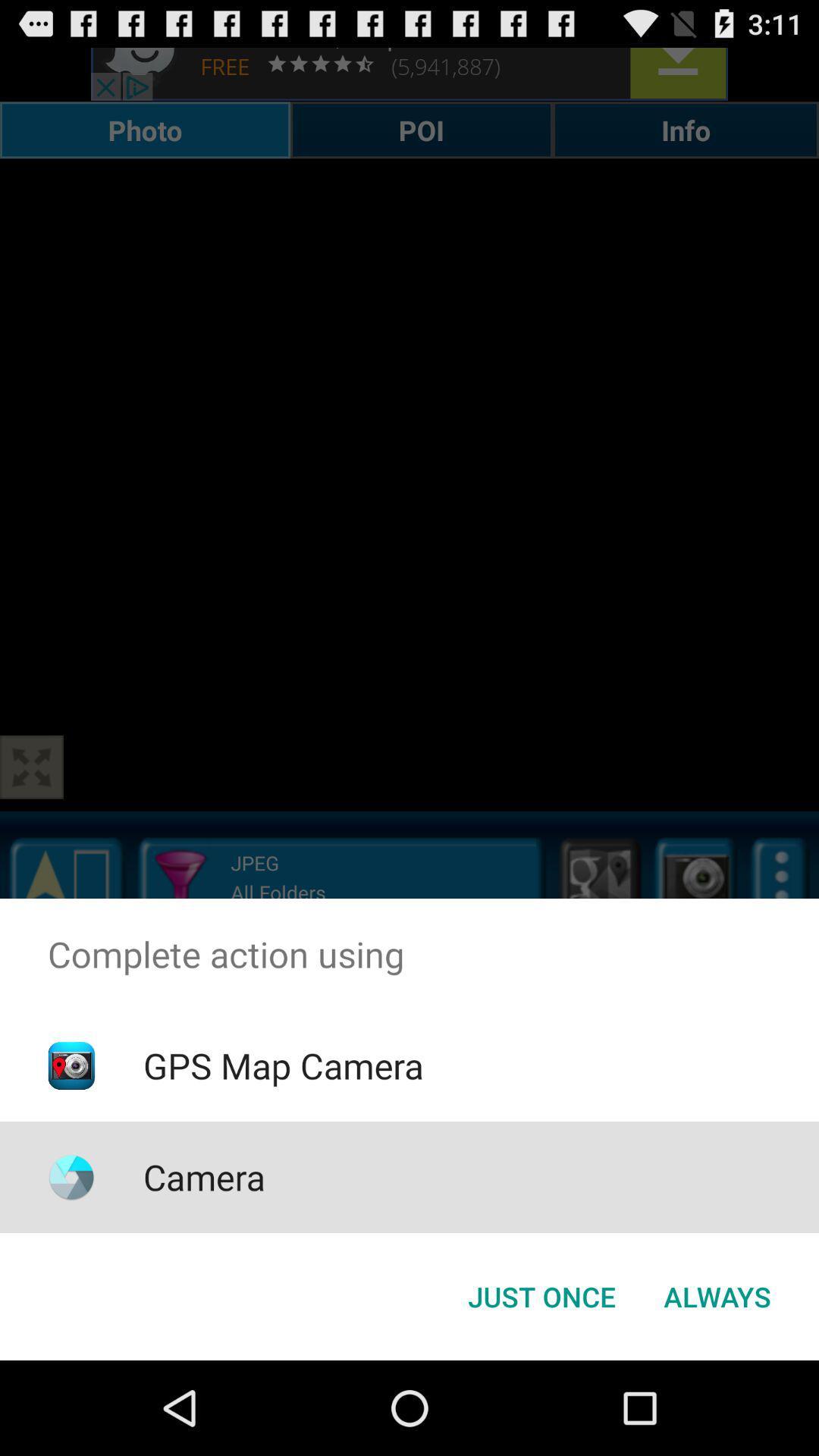 This screenshot has width=819, height=1456. Describe the element at coordinates (717, 1295) in the screenshot. I see `the icon next to just once icon` at that location.